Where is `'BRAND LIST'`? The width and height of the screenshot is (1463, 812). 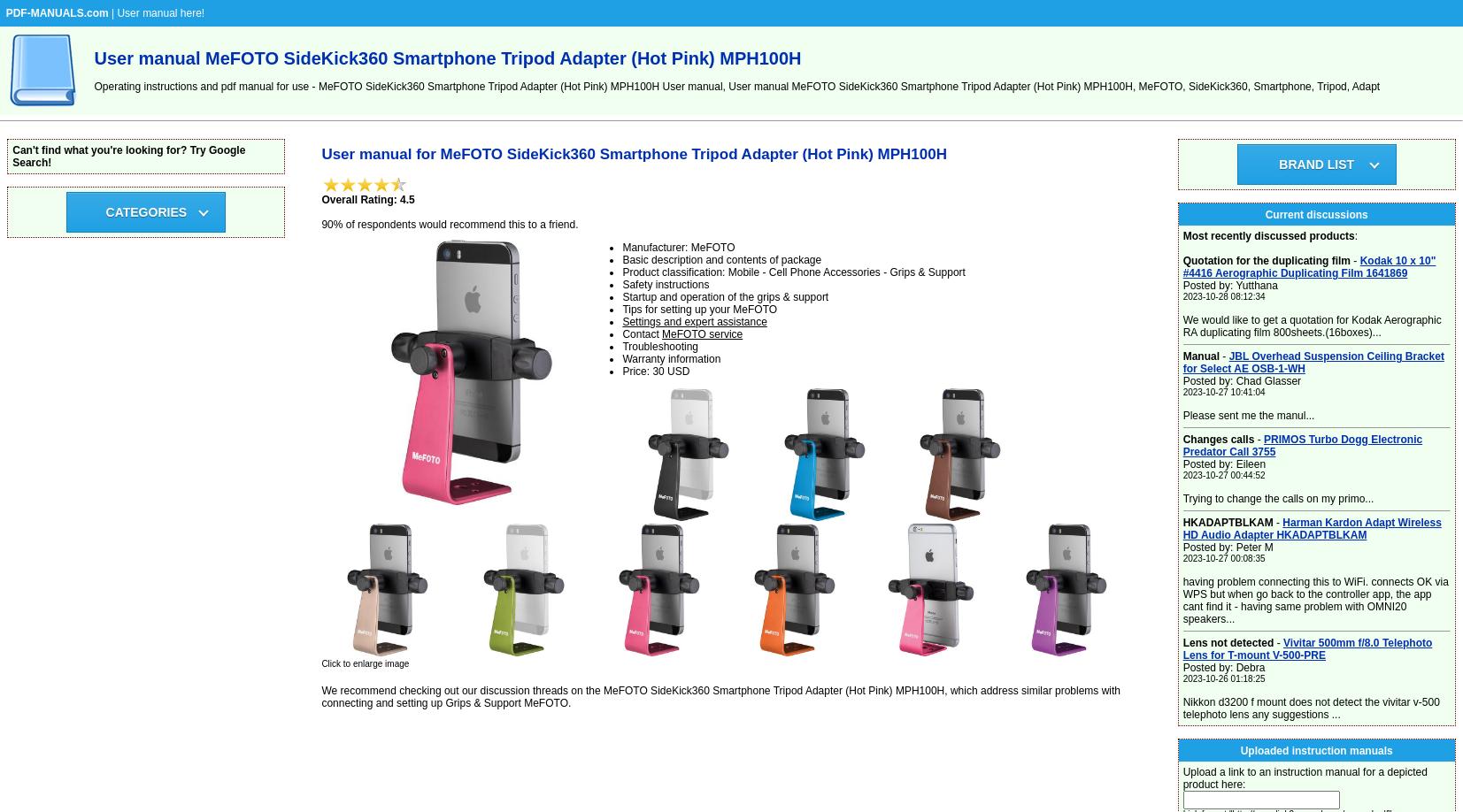 'BRAND LIST' is located at coordinates (1316, 164).